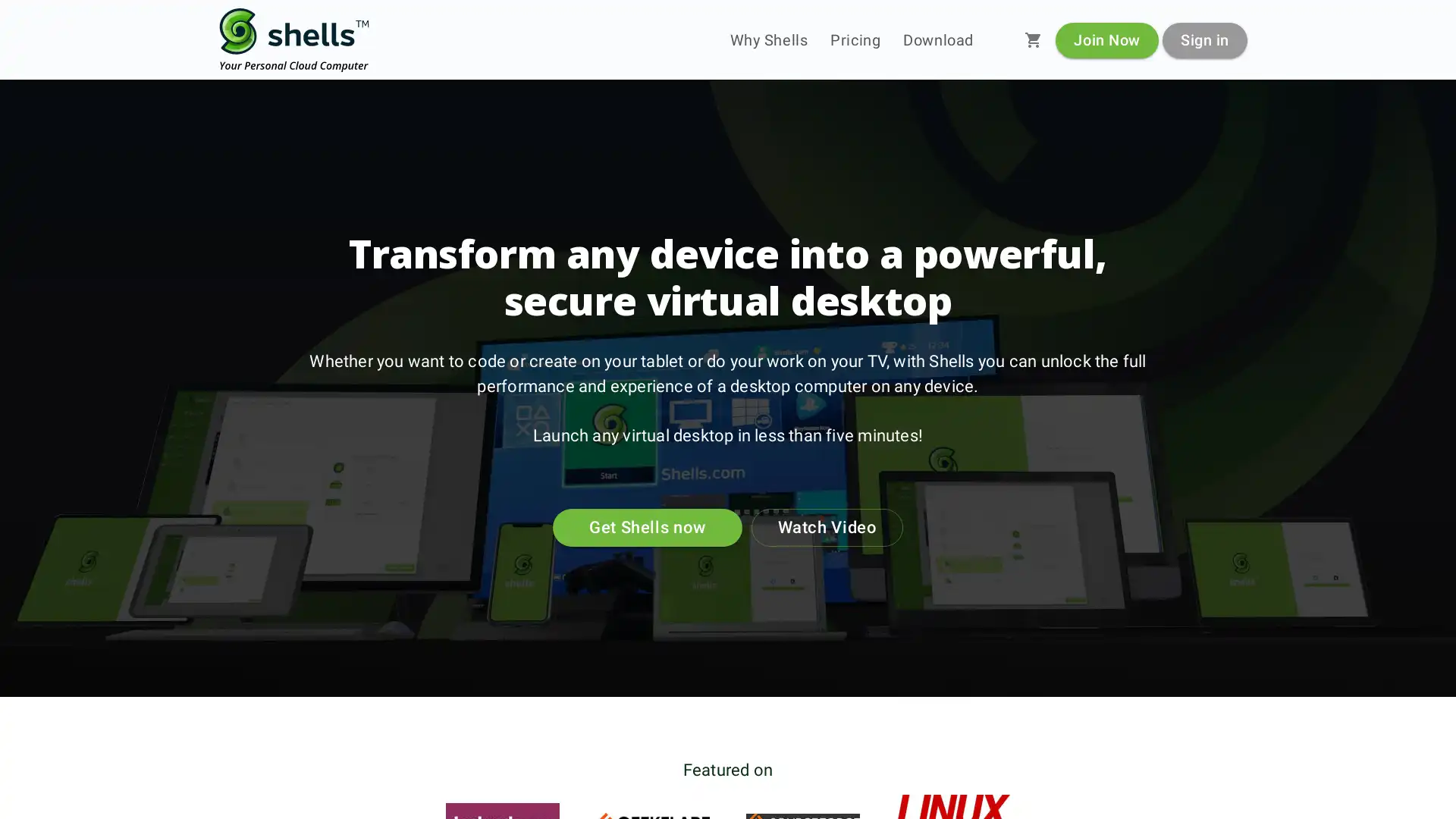  What do you see at coordinates (768, 39) in the screenshot?
I see `Why Shells` at bounding box center [768, 39].